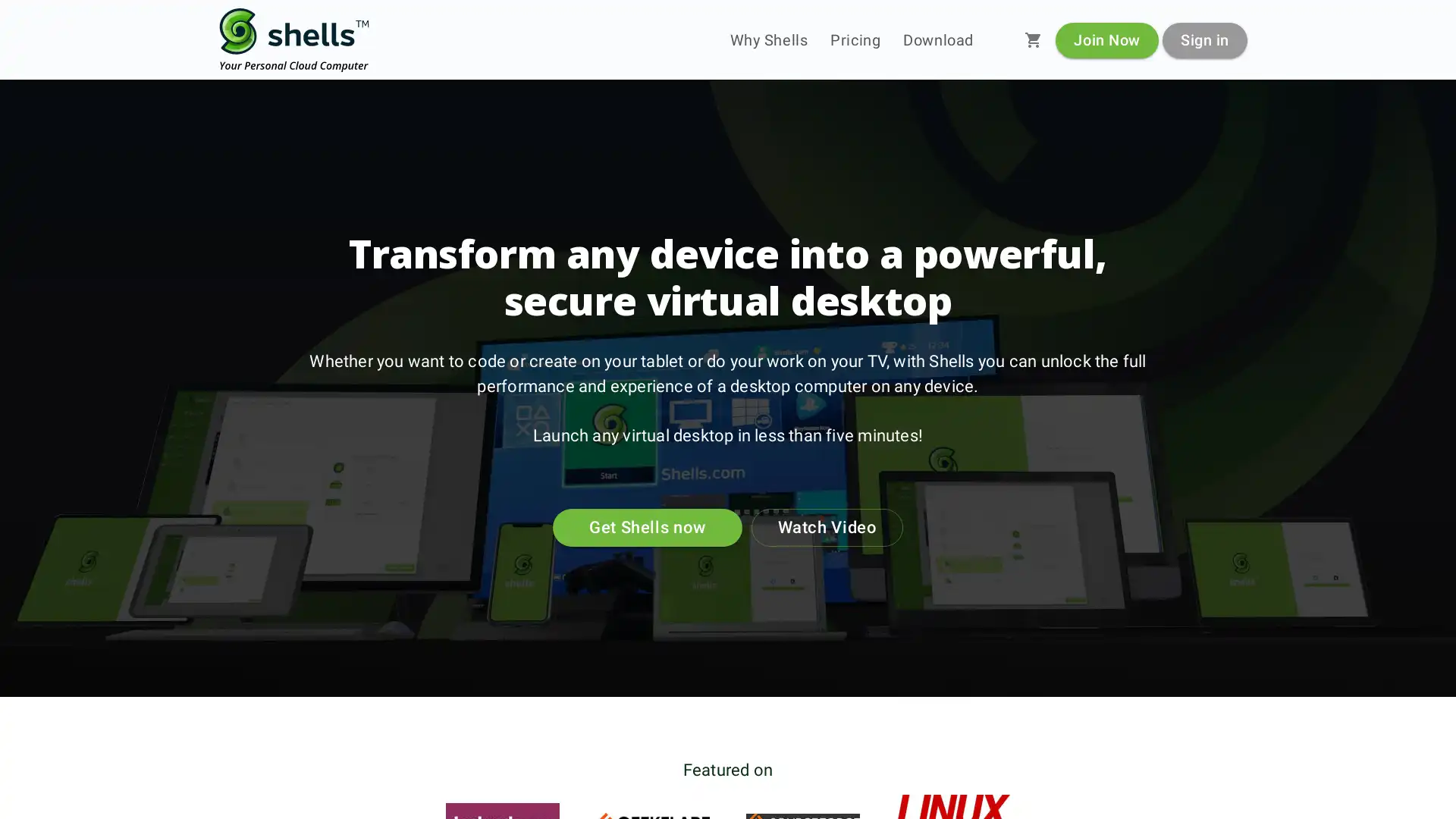  What do you see at coordinates (768, 39) in the screenshot?
I see `Why Shells` at bounding box center [768, 39].